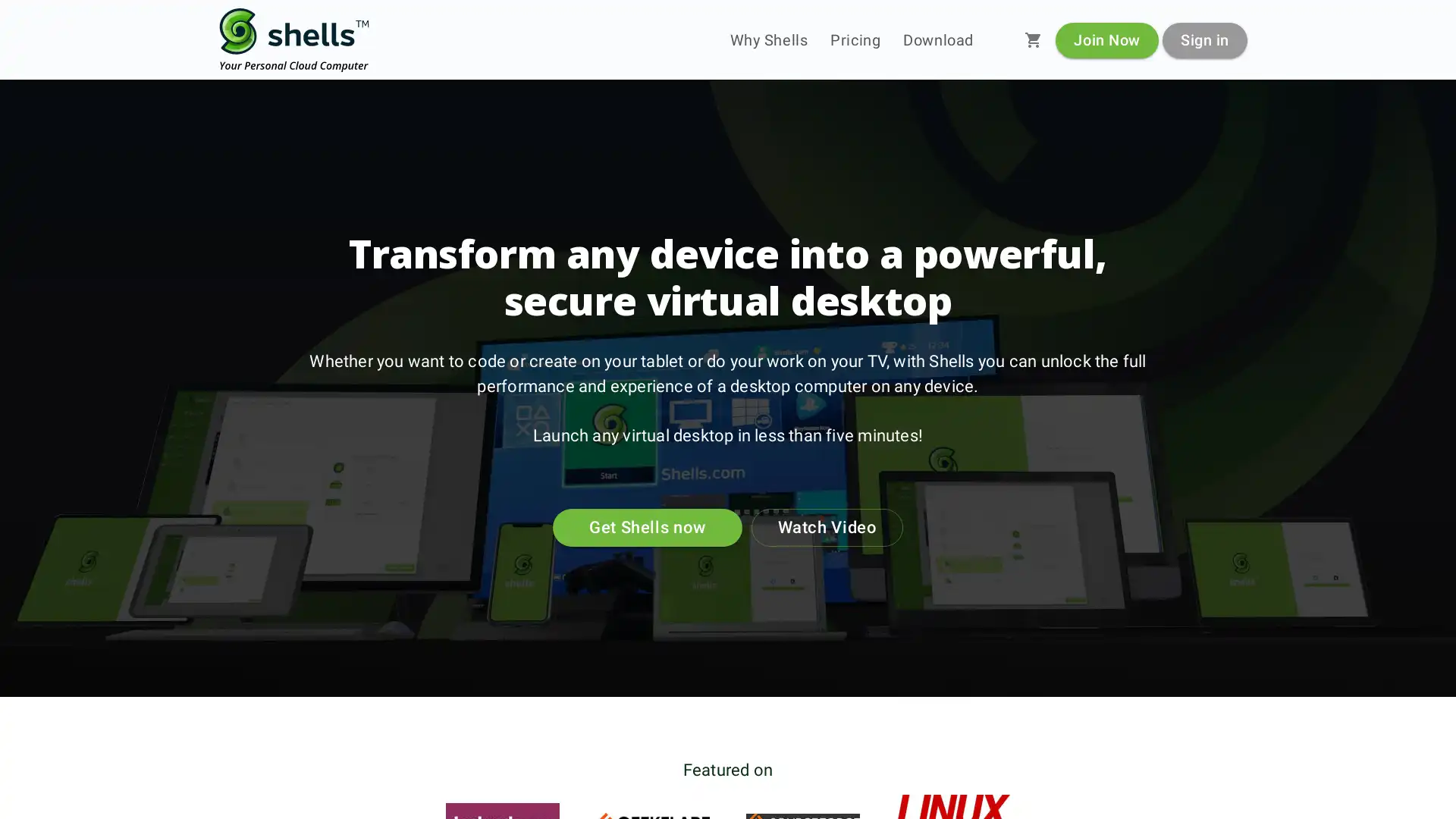  What do you see at coordinates (768, 39) in the screenshot?
I see `Why Shells` at bounding box center [768, 39].